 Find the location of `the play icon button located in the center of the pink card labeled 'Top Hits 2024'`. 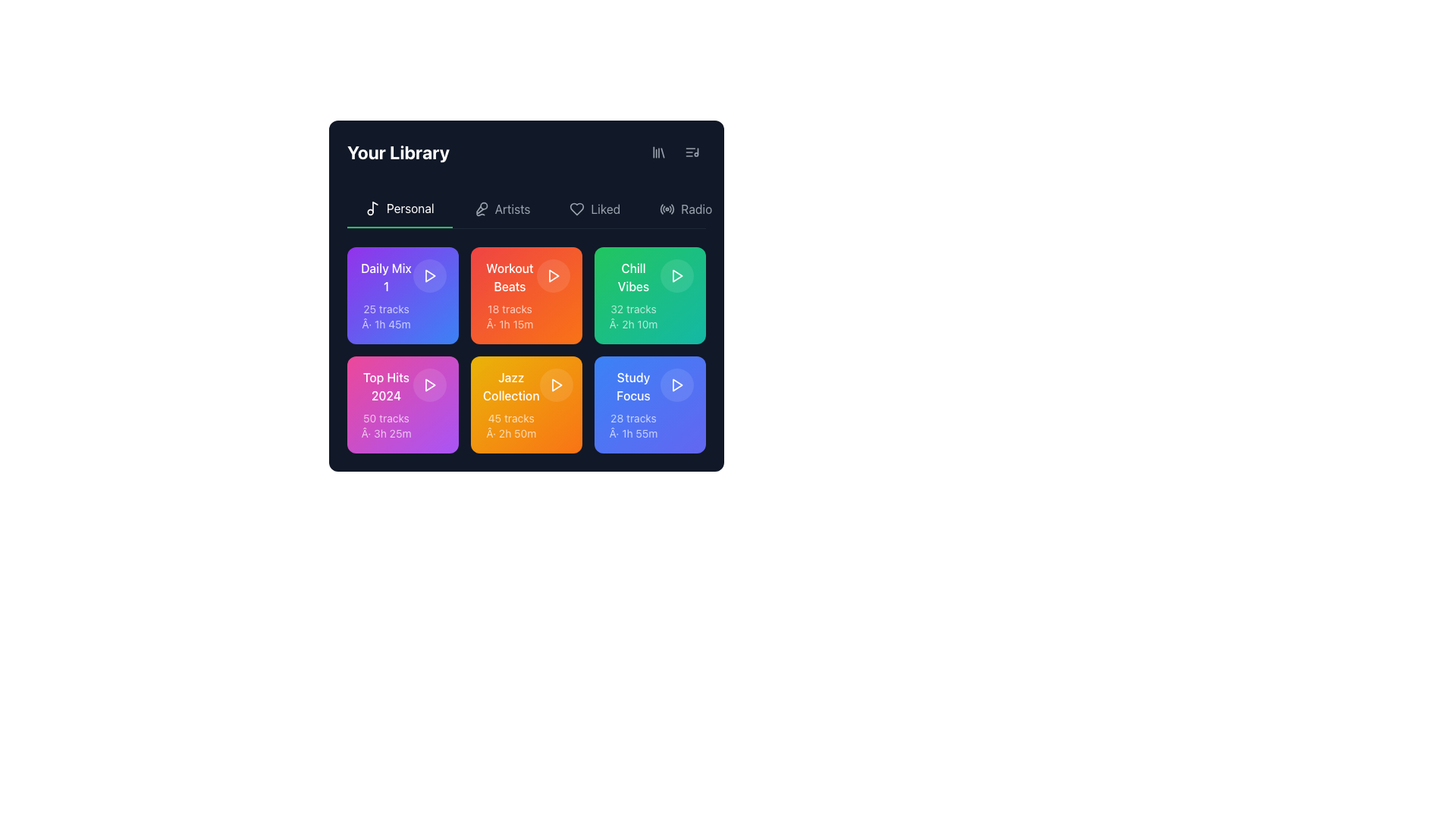

the play icon button located in the center of the pink card labeled 'Top Hits 2024' is located at coordinates (428, 384).